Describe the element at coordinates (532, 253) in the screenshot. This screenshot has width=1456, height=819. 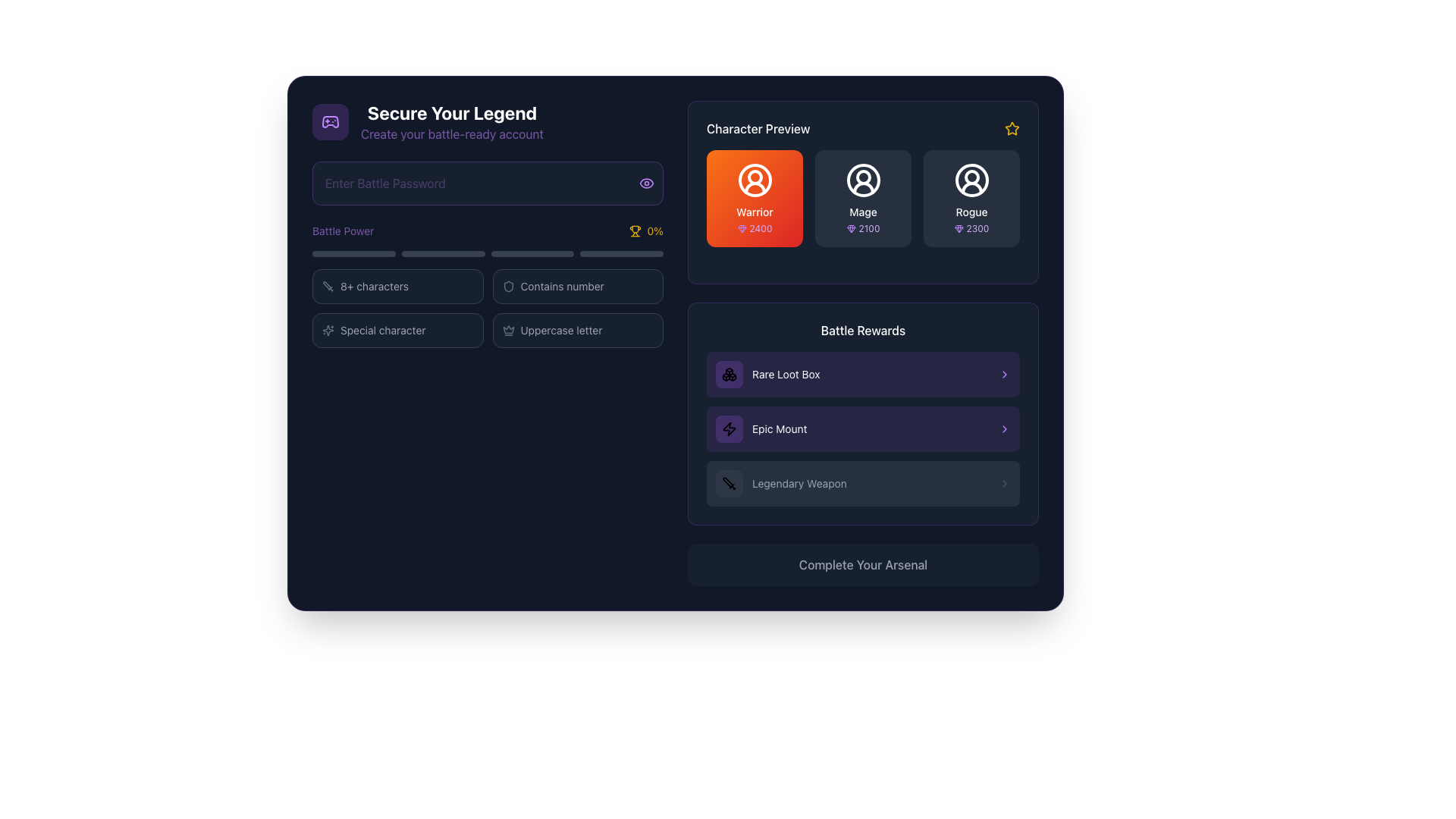
I see `the third progress indicator bar located below the 'Battle Power' label on the left side of the interface` at that location.